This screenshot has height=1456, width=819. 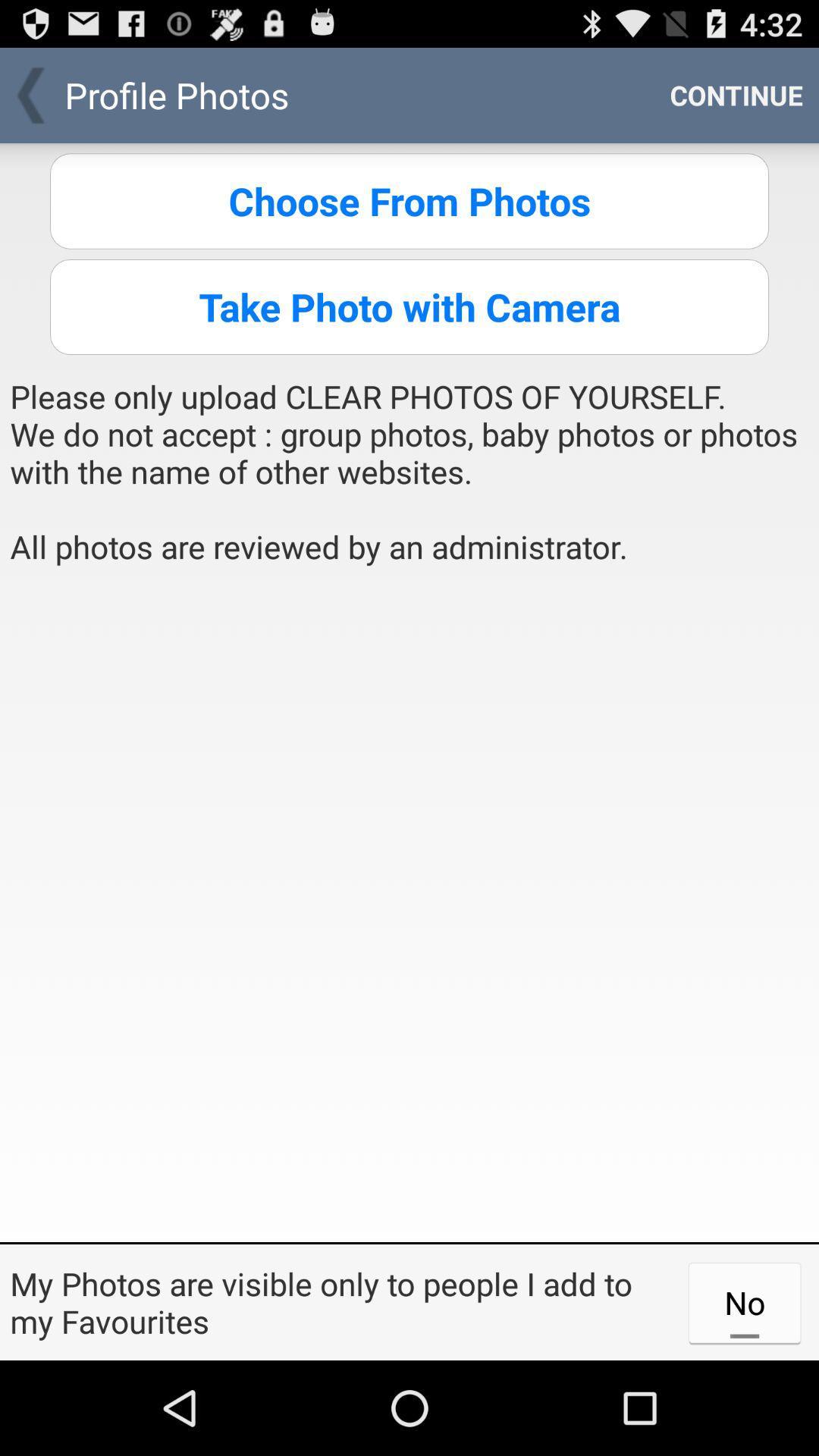 I want to click on the item above choose from photos, so click(x=736, y=94).